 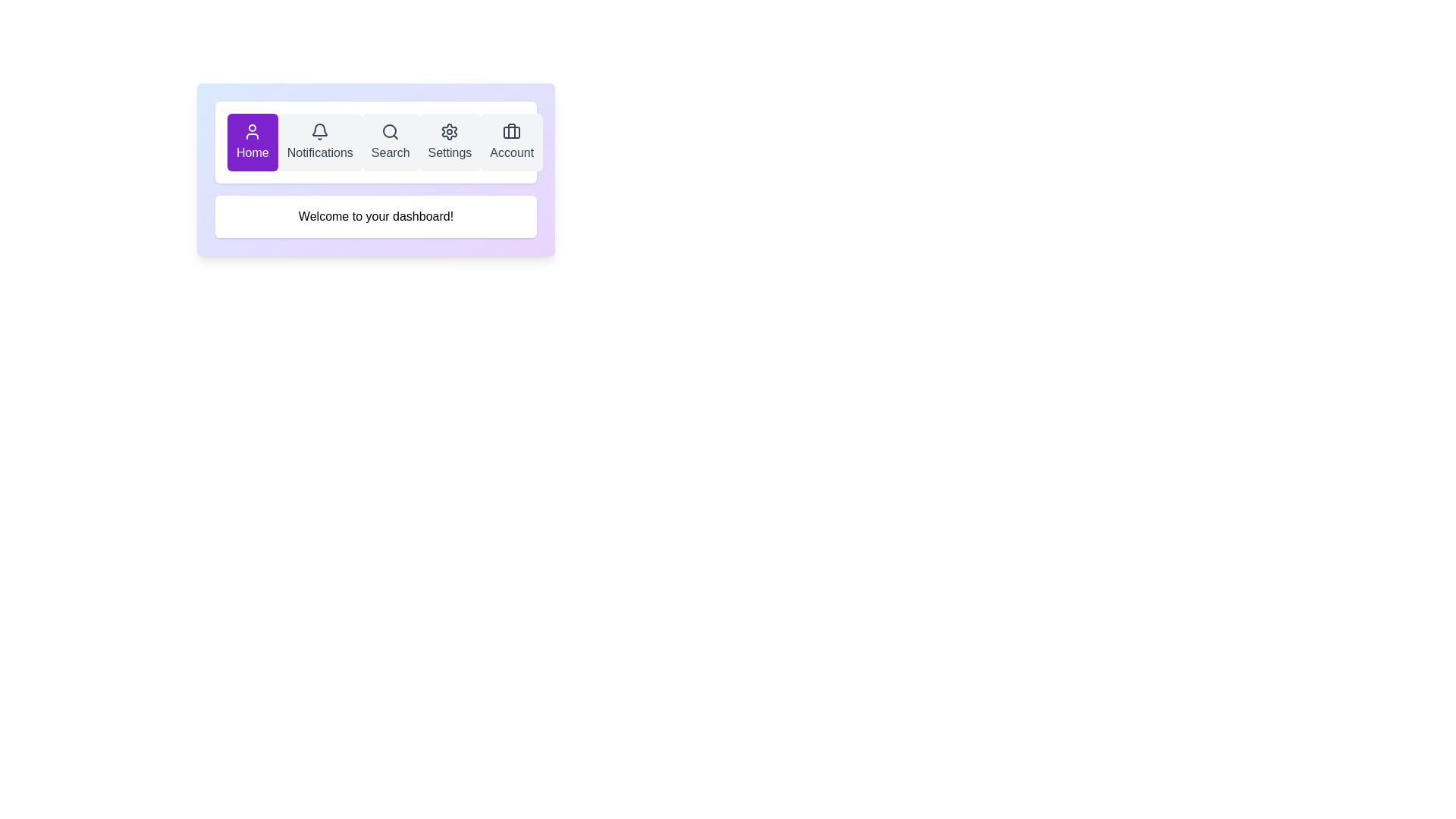 I want to click on the navigation panel located beneath the navigation bar and above the message section, so click(x=375, y=190).